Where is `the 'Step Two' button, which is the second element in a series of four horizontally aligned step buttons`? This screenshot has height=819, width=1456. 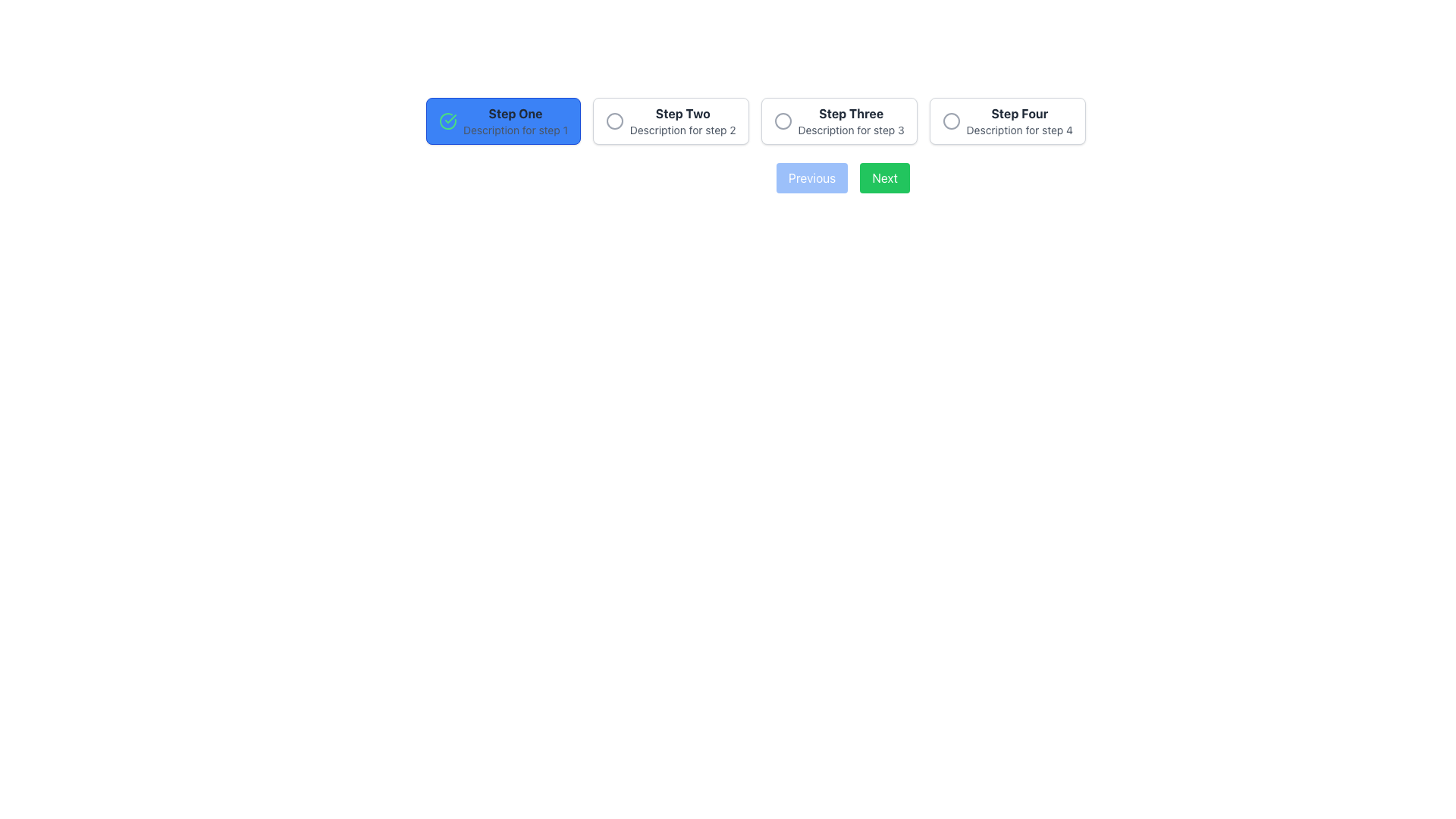
the 'Step Two' button, which is the second element in a series of four horizontally aligned step buttons is located at coordinates (670, 120).